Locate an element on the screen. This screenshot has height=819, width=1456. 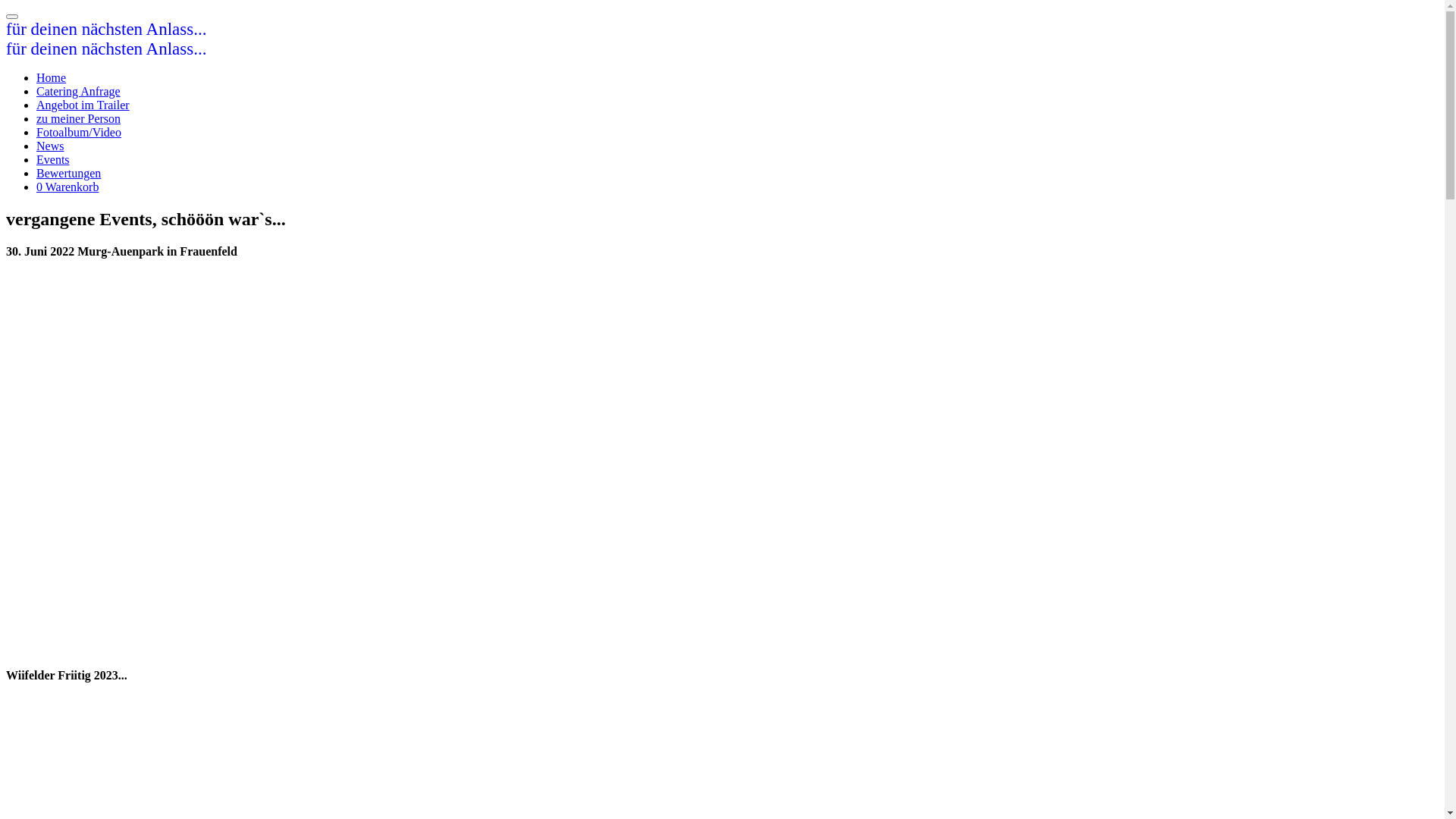
'News' is located at coordinates (50, 146).